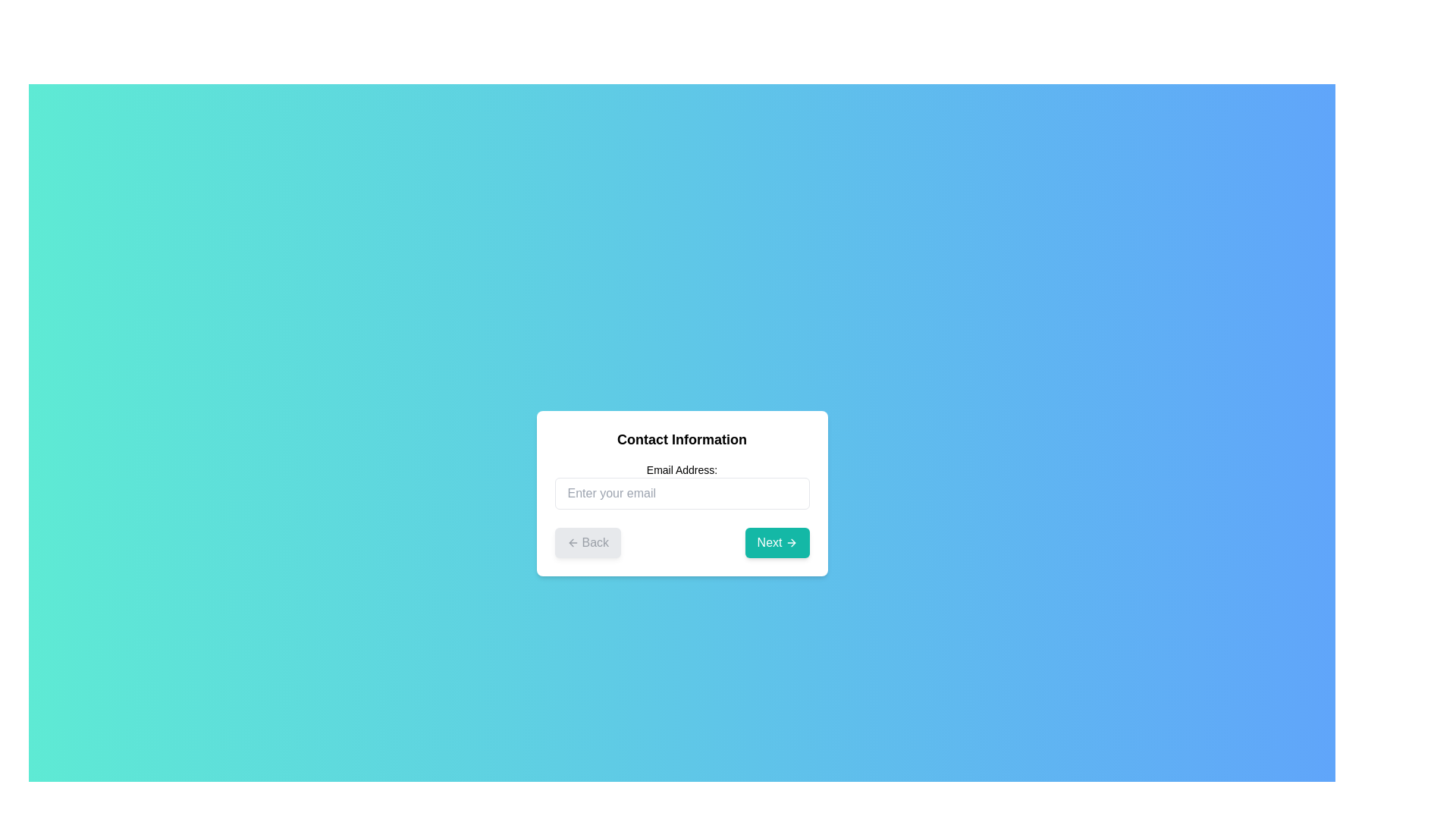 Image resolution: width=1456 pixels, height=819 pixels. What do you see at coordinates (681, 439) in the screenshot?
I see `text label located at the top of the modal, which is positioned above the 'Email Address' input field` at bounding box center [681, 439].